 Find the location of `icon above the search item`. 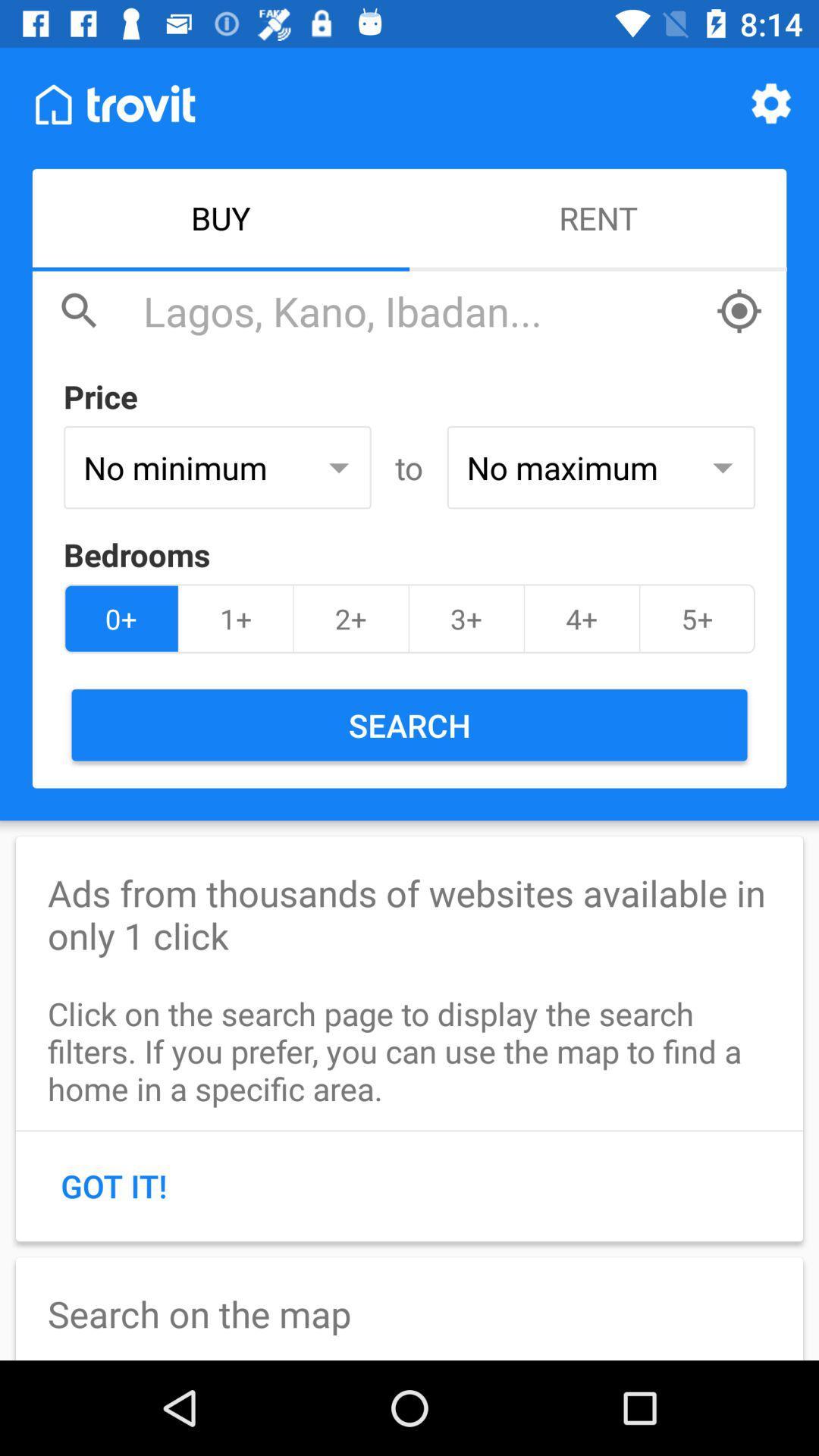

icon above the search item is located at coordinates (697, 619).